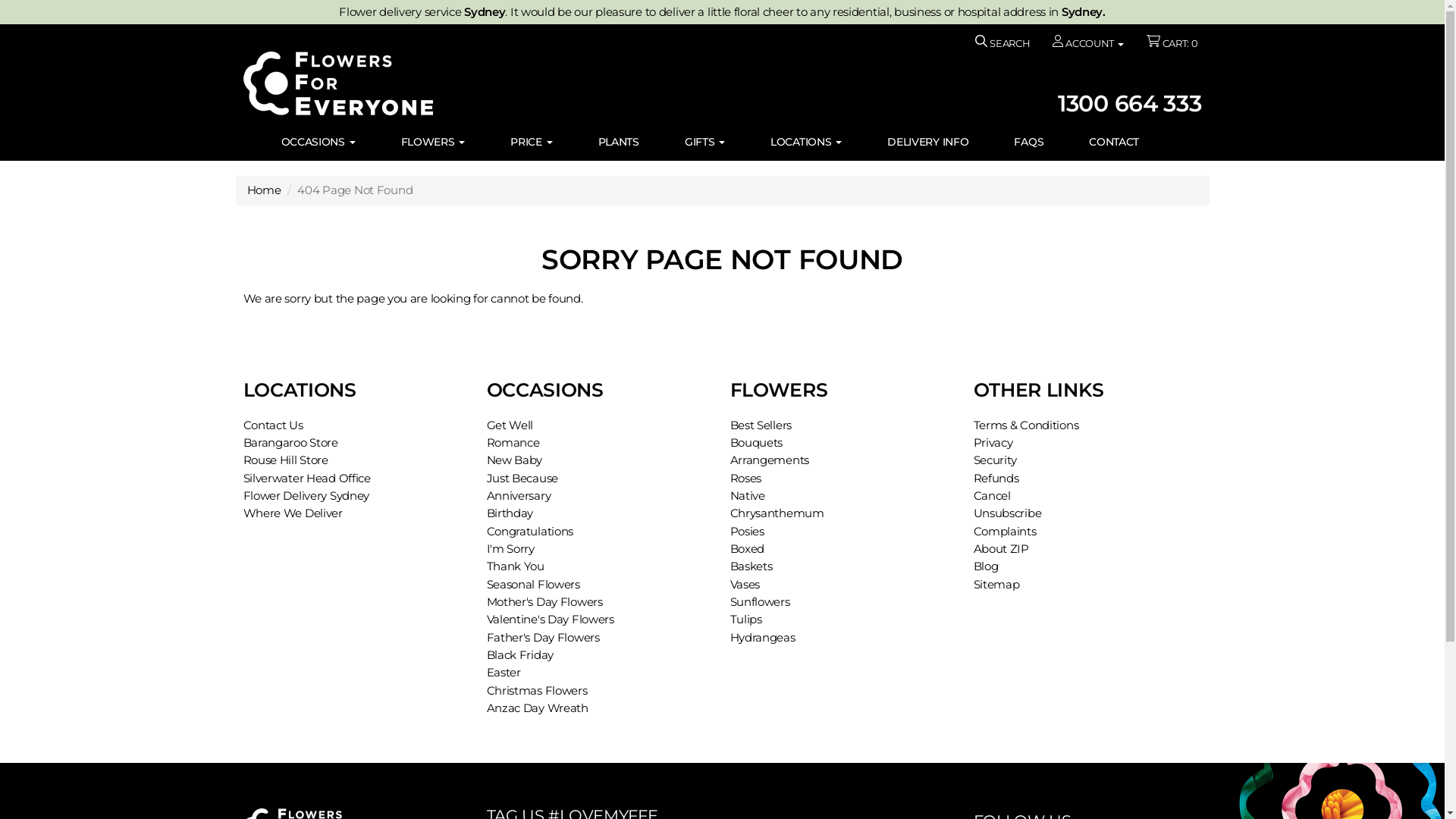 This screenshot has height=819, width=1456. I want to click on 'Just Because', so click(522, 479).